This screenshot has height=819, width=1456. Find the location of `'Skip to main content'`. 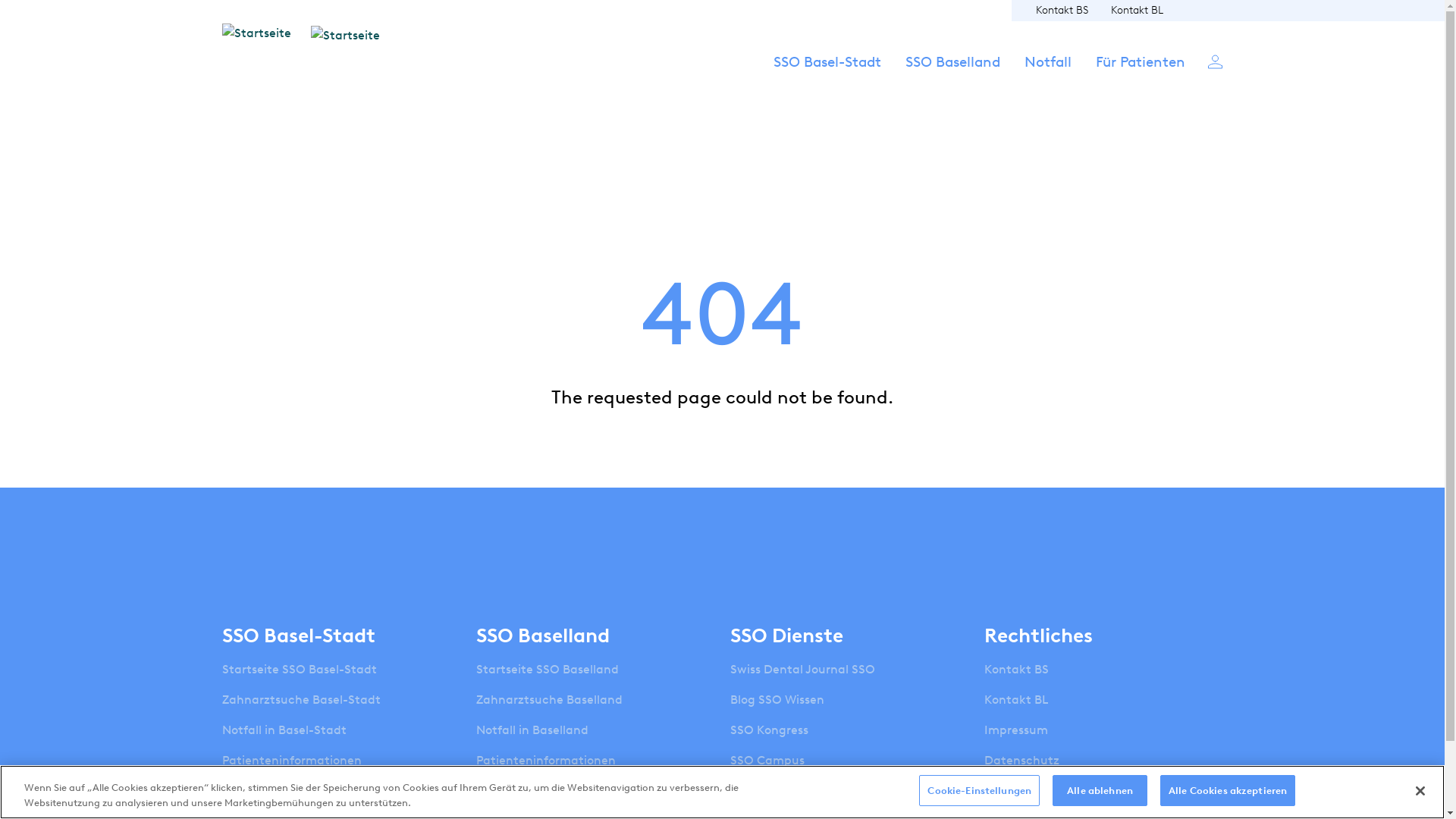

'Skip to main content' is located at coordinates (0, 0).